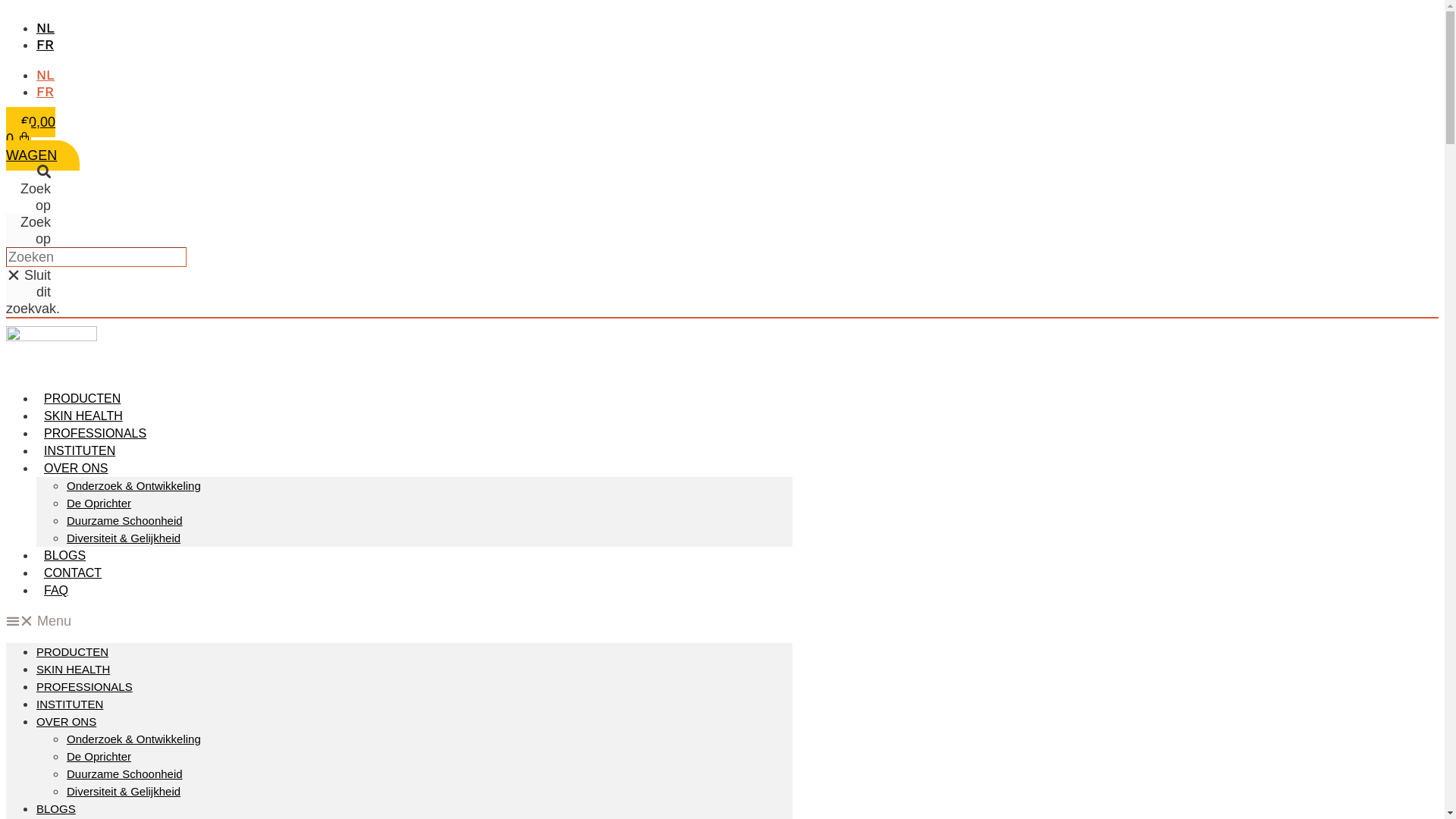  Describe the element at coordinates (124, 773) in the screenshot. I see `'Duurzame Schoonheid'` at that location.